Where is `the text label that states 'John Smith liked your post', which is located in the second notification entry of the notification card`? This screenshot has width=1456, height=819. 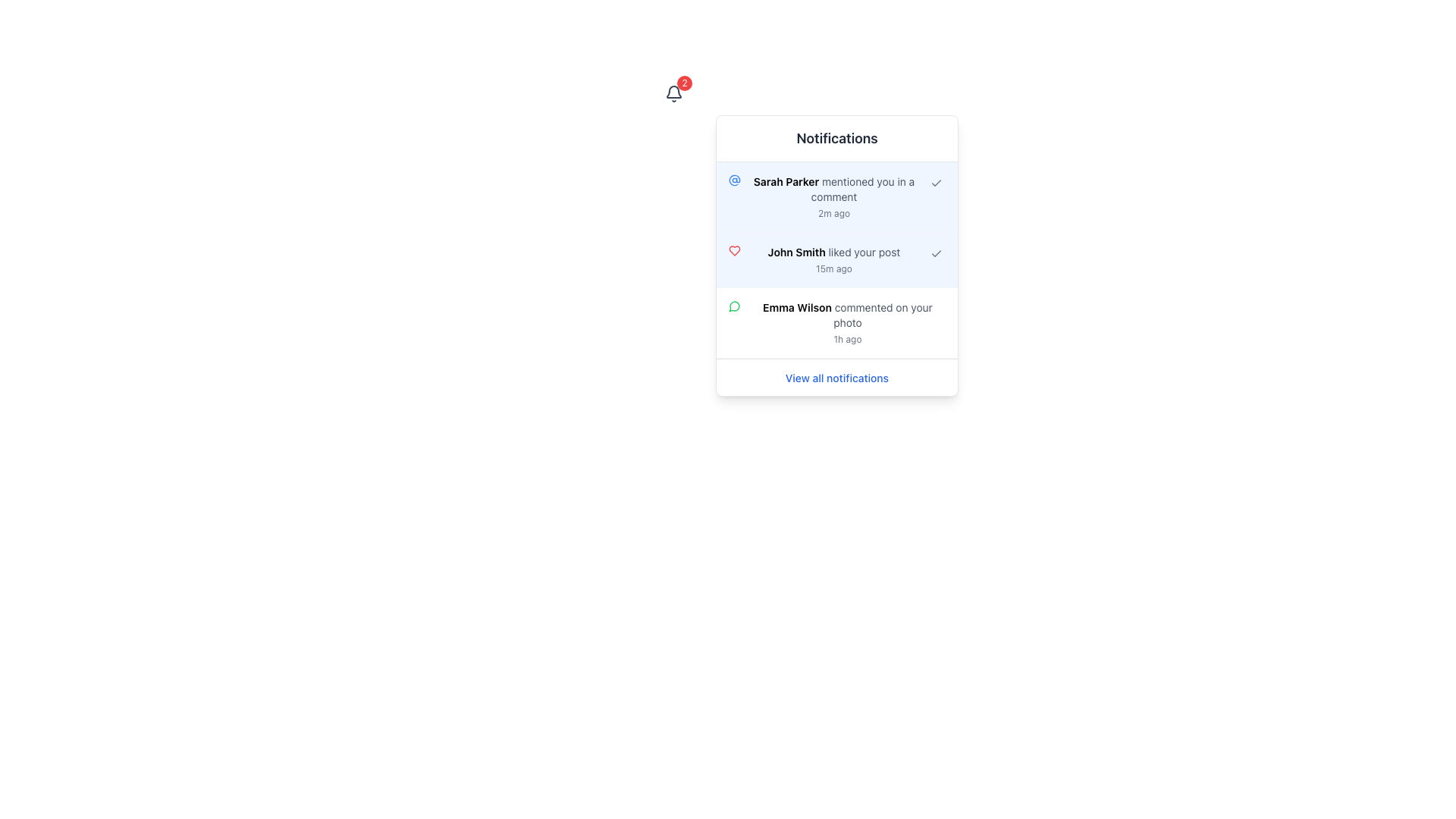
the text label that states 'John Smith liked your post', which is located in the second notification entry of the notification card is located at coordinates (833, 251).